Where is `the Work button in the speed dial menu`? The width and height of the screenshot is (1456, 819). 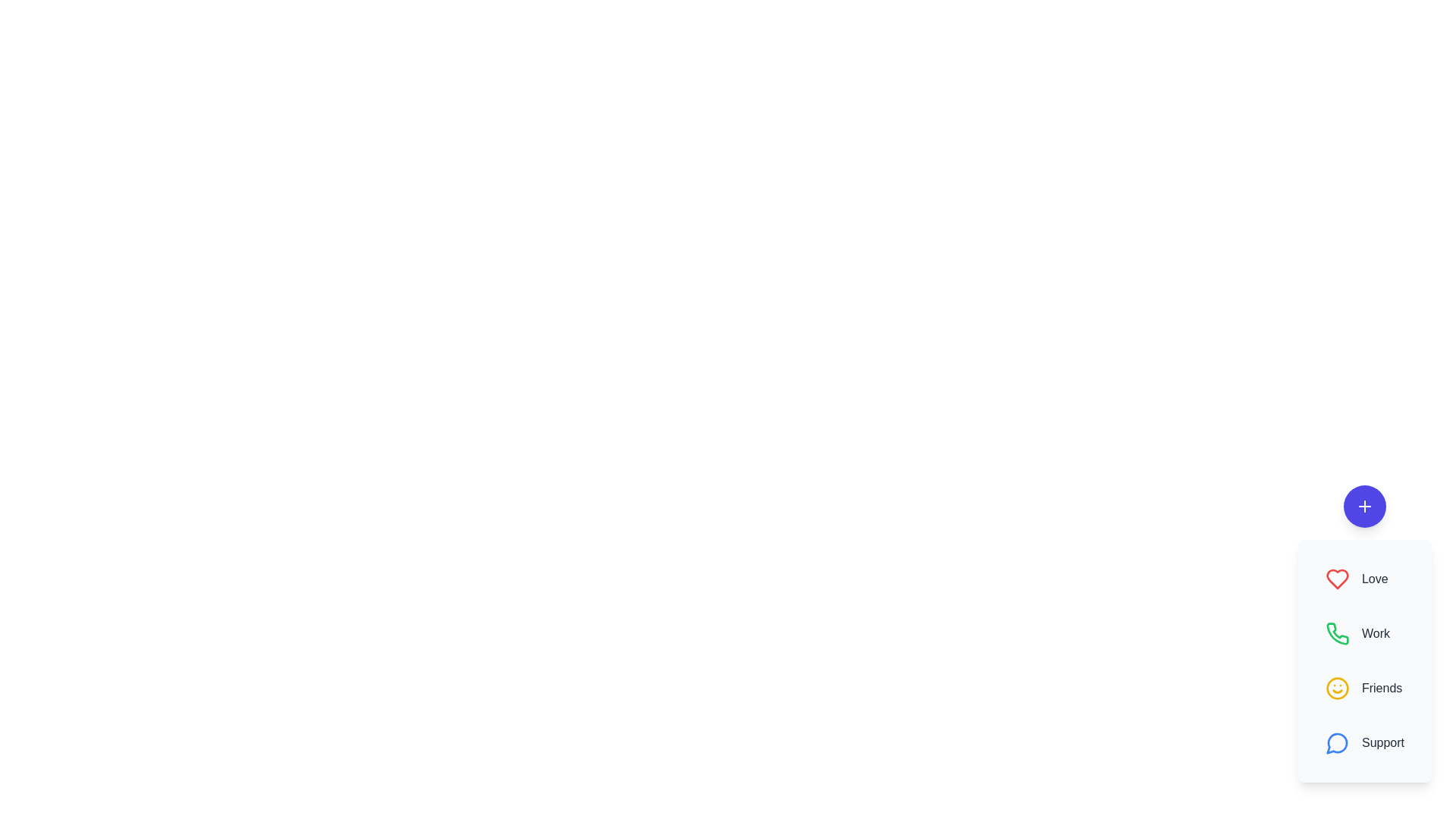
the Work button in the speed dial menu is located at coordinates (1365, 634).